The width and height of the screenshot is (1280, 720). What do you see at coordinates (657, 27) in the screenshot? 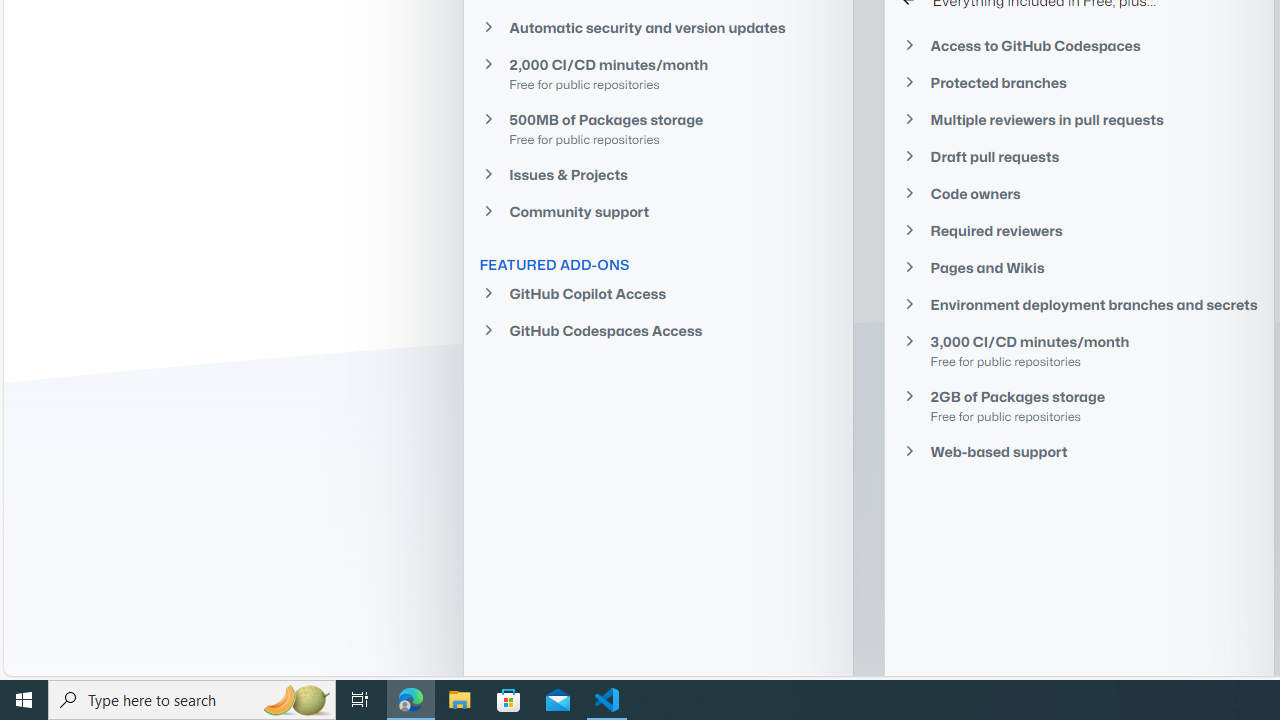
I see `'Automatic security and version updates'` at bounding box center [657, 27].